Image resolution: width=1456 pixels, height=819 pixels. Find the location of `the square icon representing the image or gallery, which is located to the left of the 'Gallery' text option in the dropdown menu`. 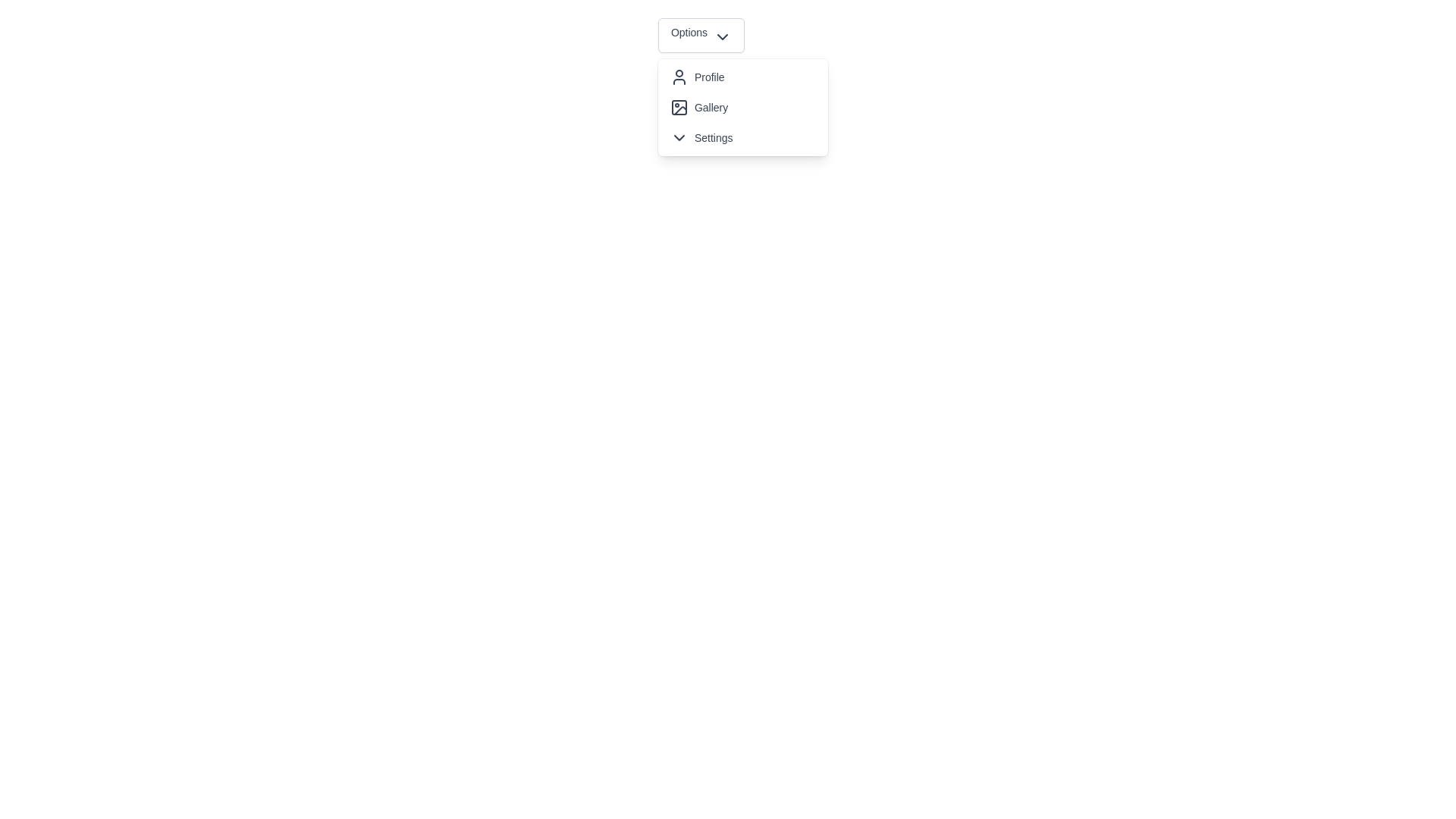

the square icon representing the image or gallery, which is located to the left of the 'Gallery' text option in the dropdown menu is located at coordinates (678, 107).